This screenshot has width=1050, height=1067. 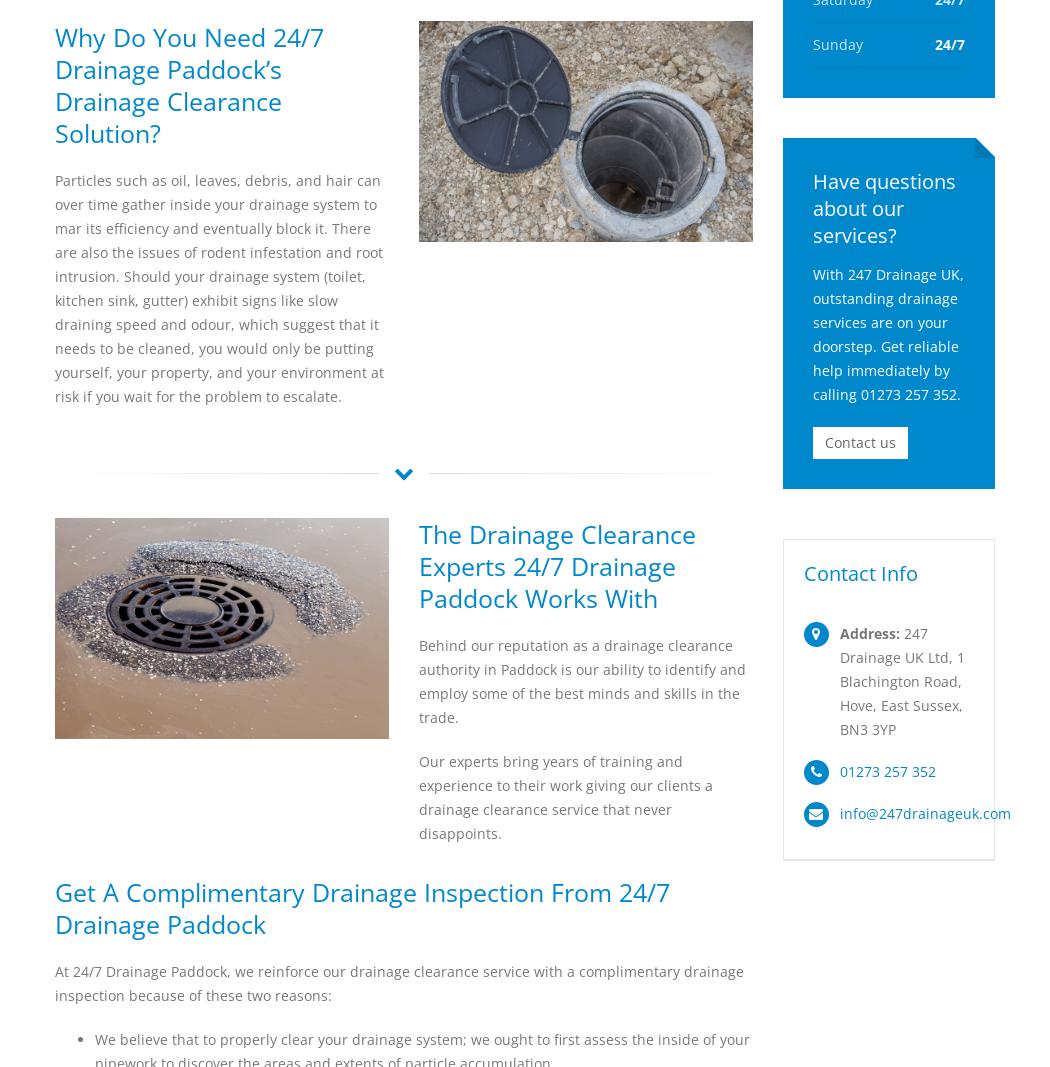 What do you see at coordinates (859, 573) in the screenshot?
I see `'Contact Info'` at bounding box center [859, 573].